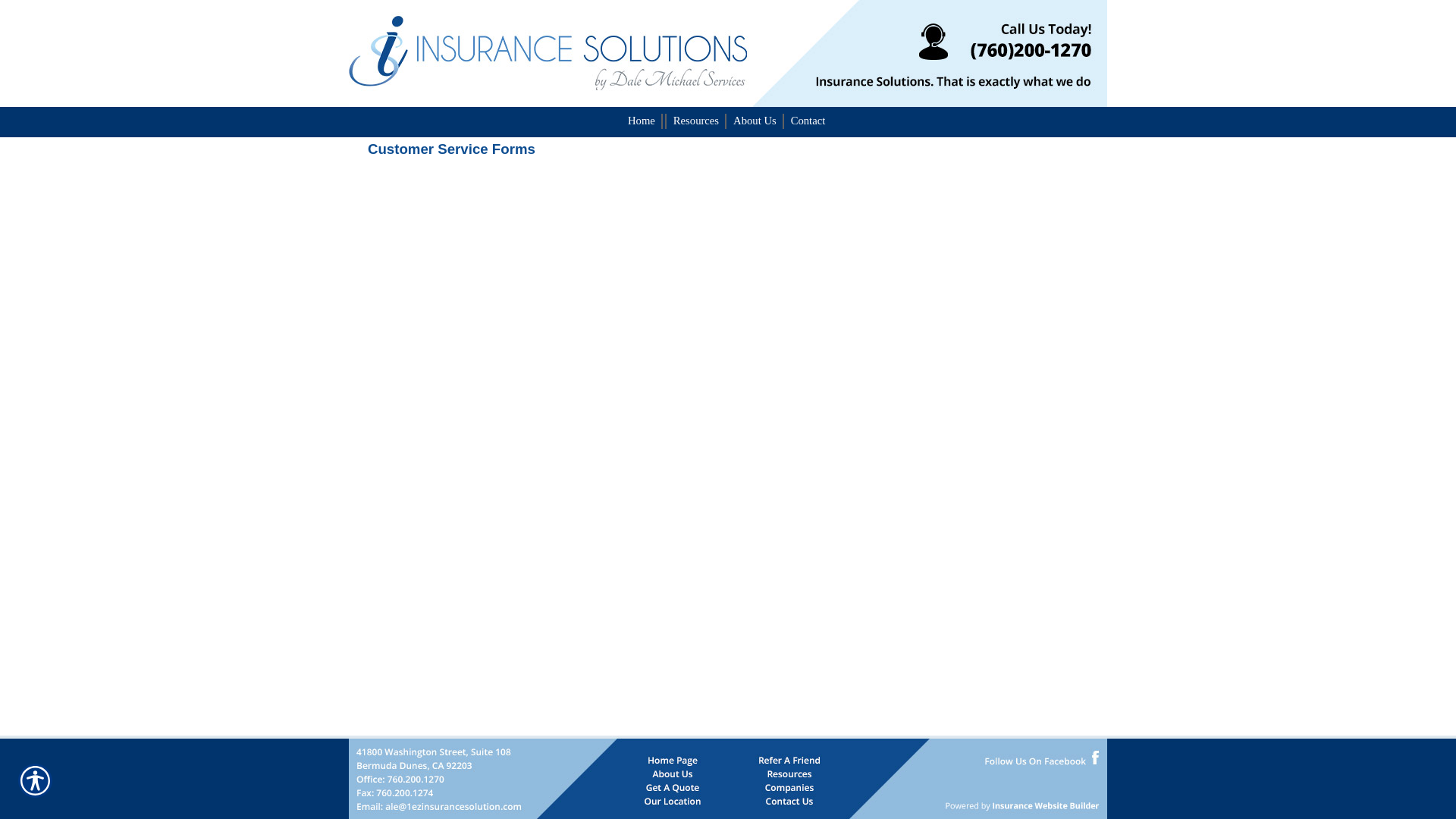  I want to click on 'Home', so click(622, 119).